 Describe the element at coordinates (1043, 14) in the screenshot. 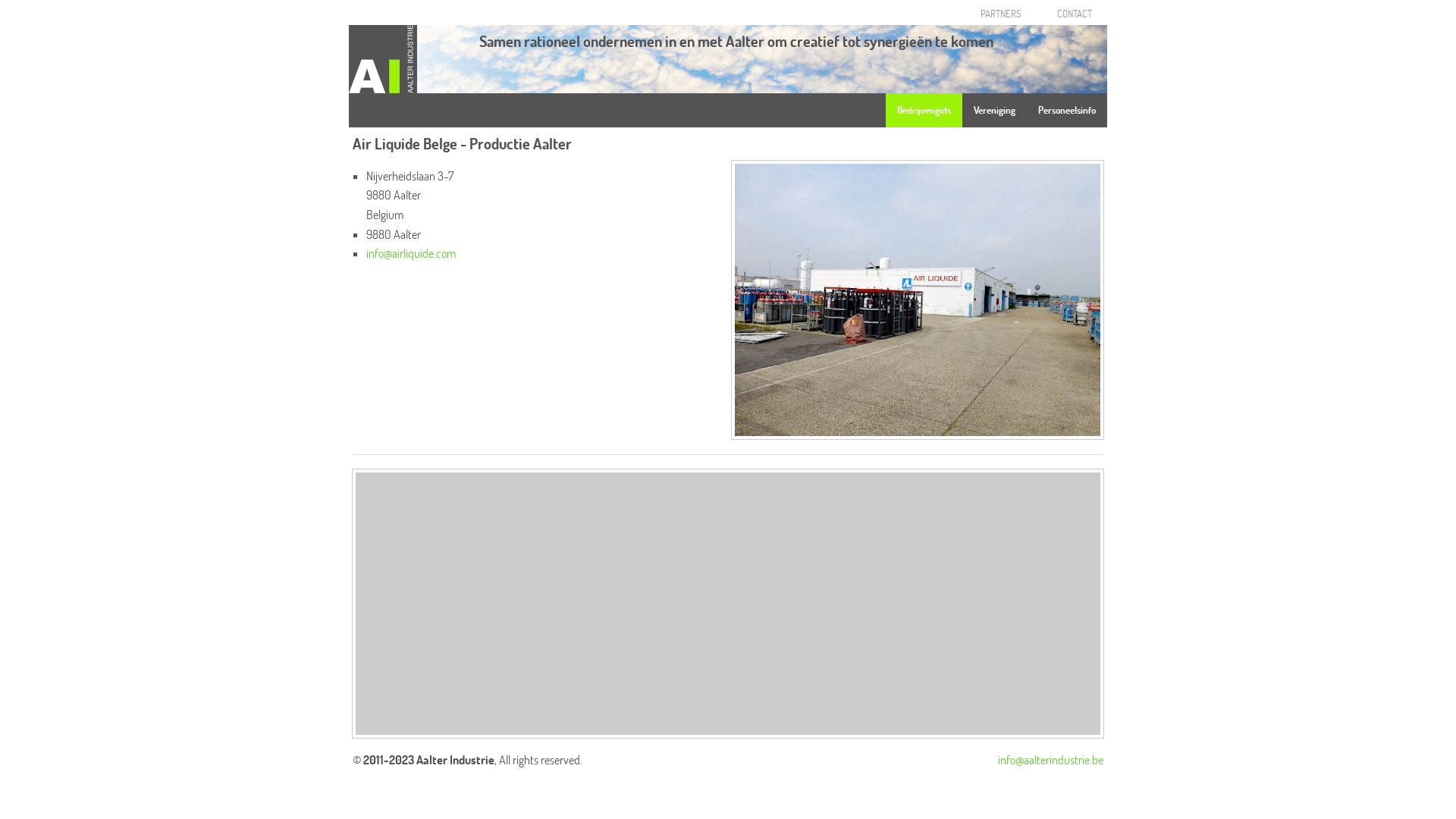

I see `'CONTACT'` at that location.